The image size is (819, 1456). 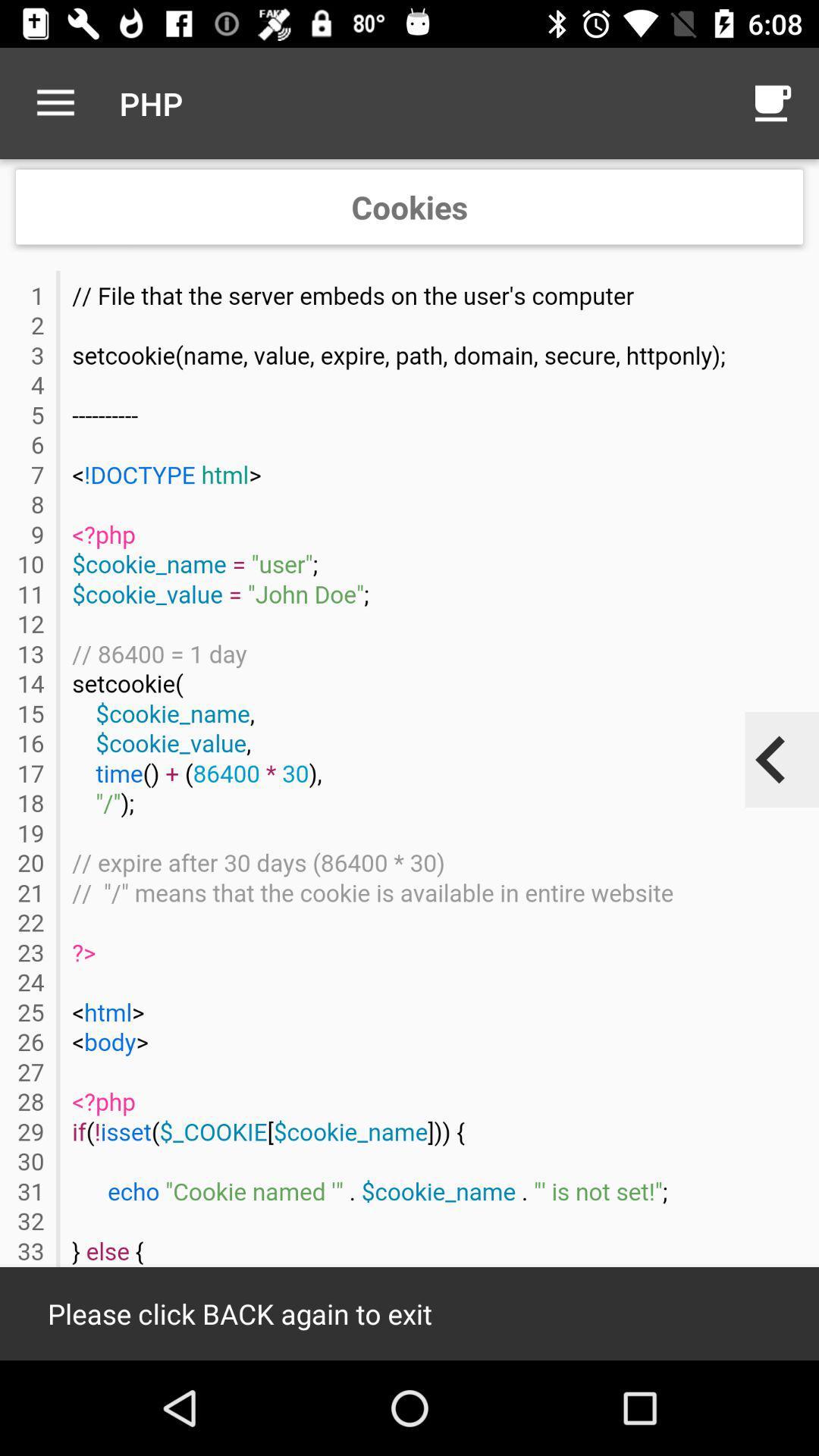 What do you see at coordinates (771, 760) in the screenshot?
I see `previous page` at bounding box center [771, 760].